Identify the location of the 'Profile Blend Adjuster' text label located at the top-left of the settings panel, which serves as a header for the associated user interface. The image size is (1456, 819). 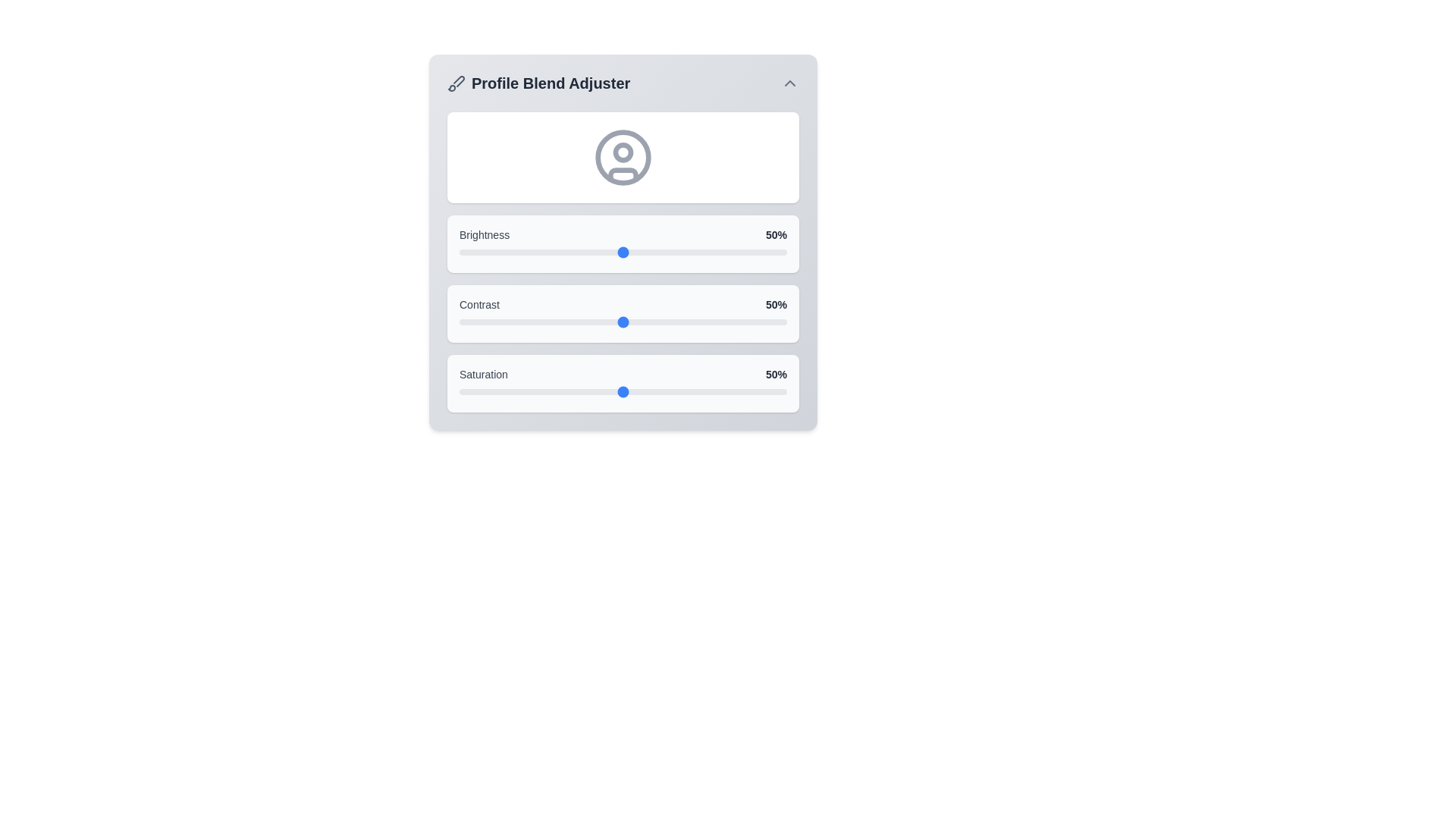
(538, 83).